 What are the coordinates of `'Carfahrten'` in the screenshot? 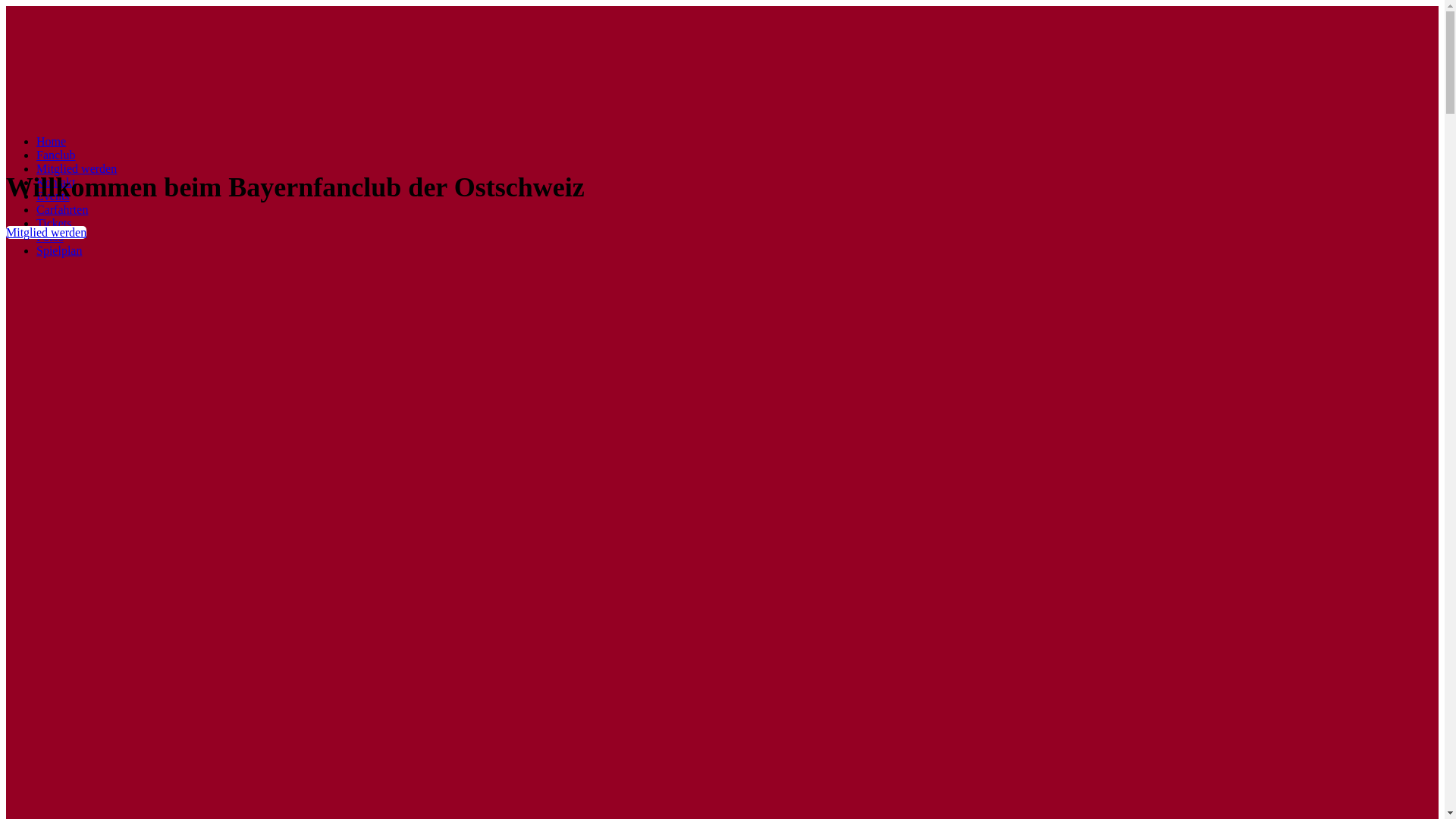 It's located at (61, 209).